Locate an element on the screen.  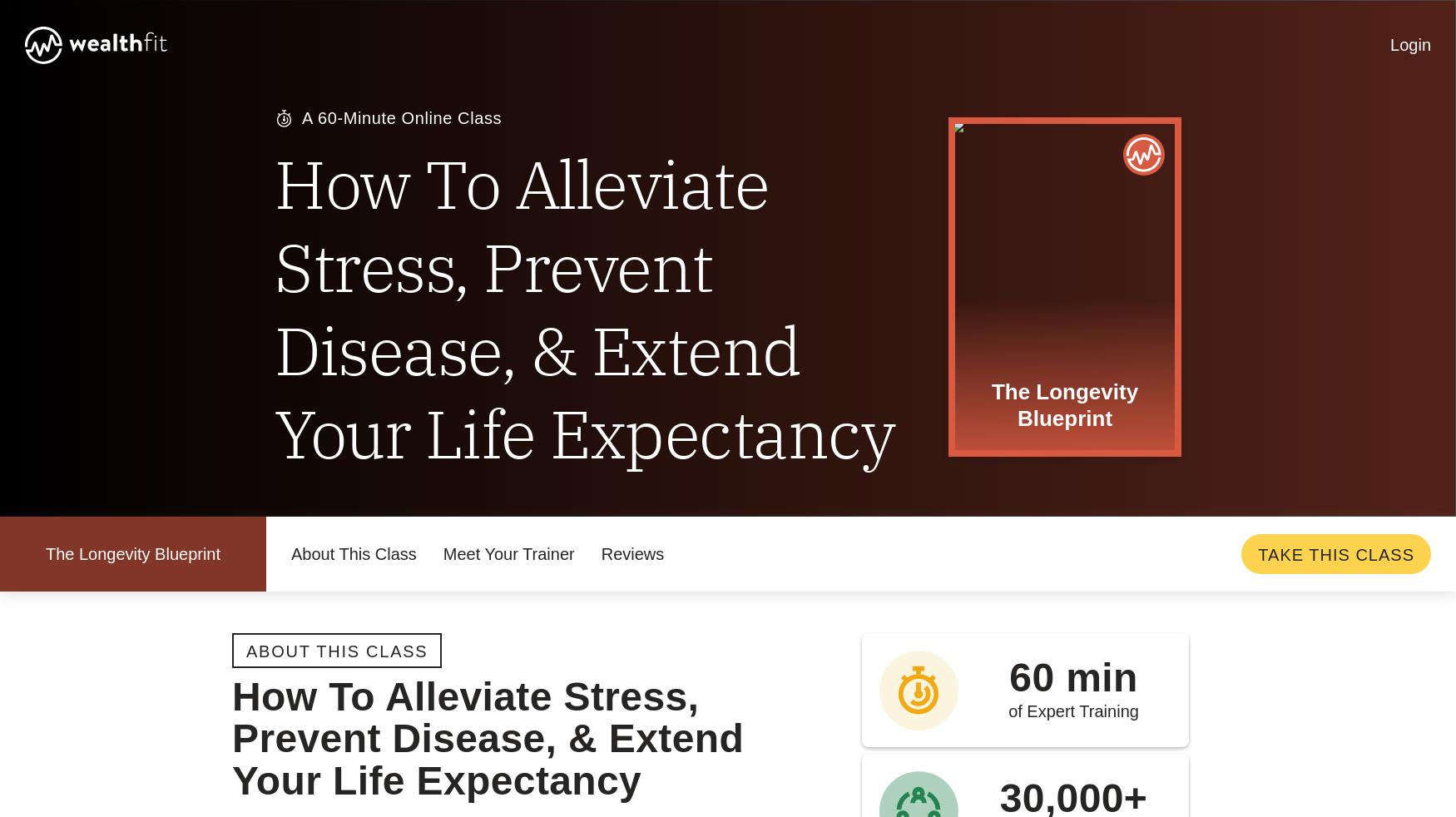
'This is an on-demand video class.  You can watch it instantly from any computer or mobile device, and you can watch it as many times as you'd like.' is located at coordinates (381, 213).